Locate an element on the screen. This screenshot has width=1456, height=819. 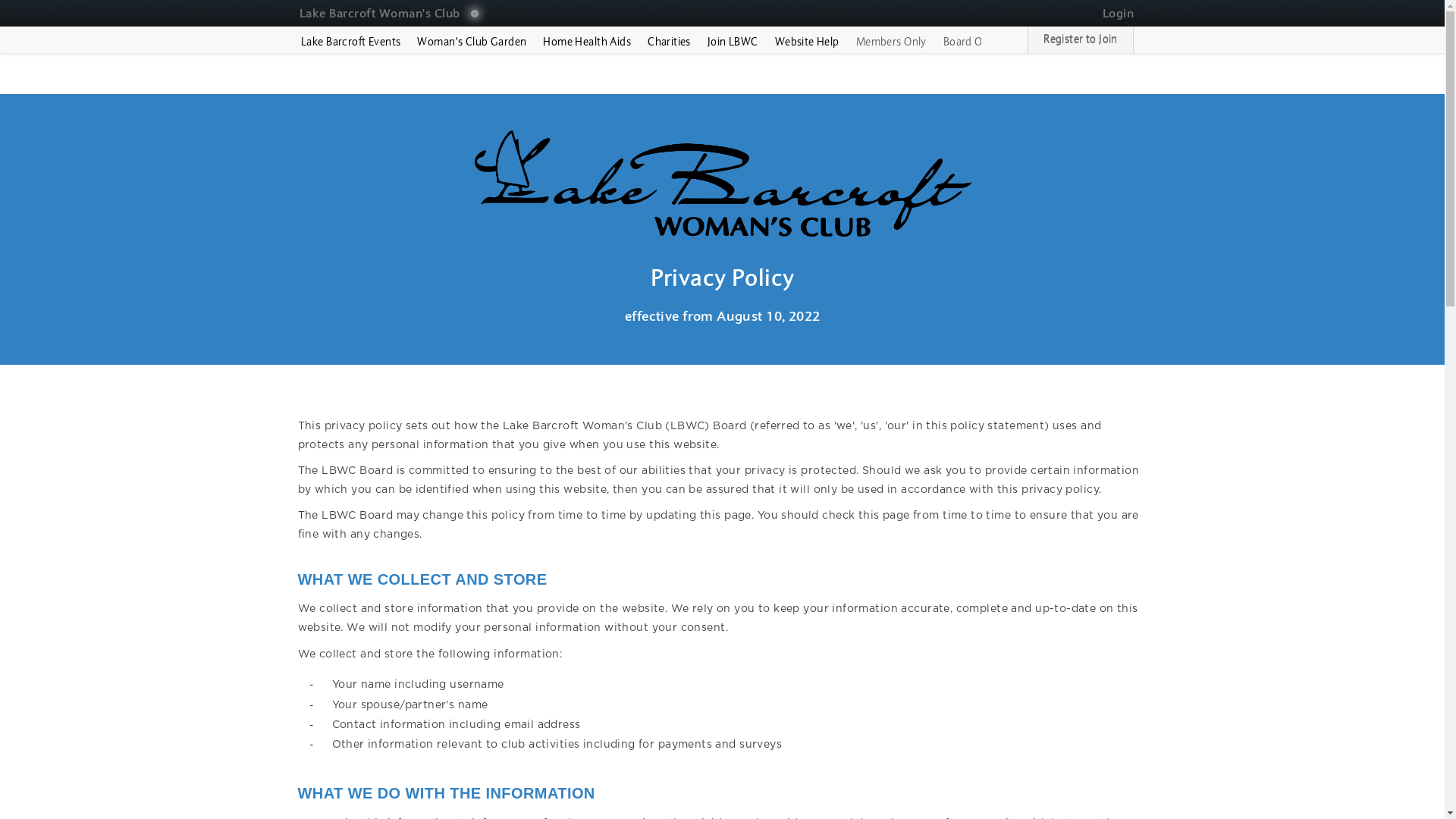
'Home Health Aids' is located at coordinates (585, 40).